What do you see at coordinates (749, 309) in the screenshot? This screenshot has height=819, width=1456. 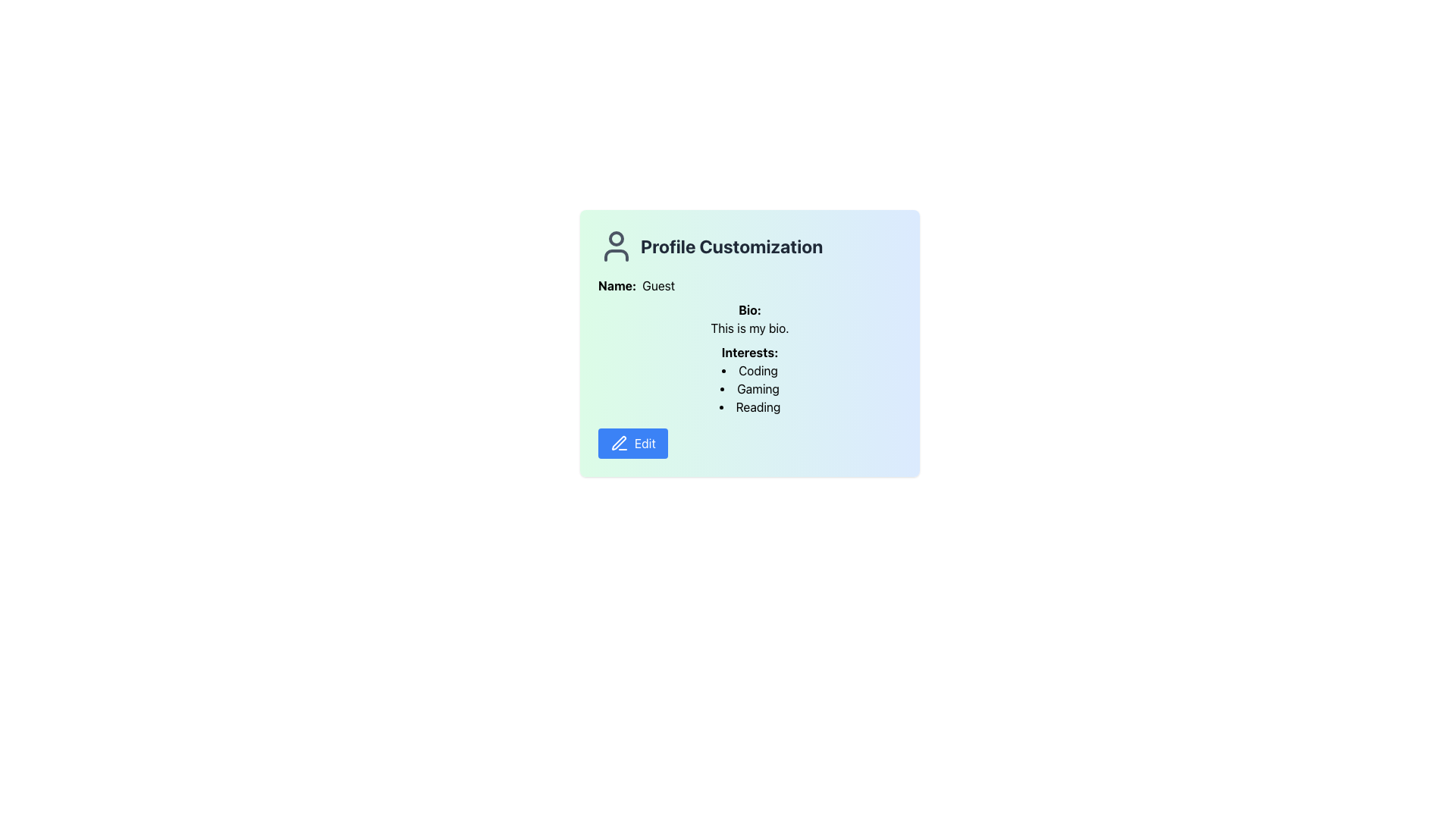 I see `the text label that serves as a heading for the user's bio, positioned above the text 'This is my bio' in the profile customization section` at bounding box center [749, 309].